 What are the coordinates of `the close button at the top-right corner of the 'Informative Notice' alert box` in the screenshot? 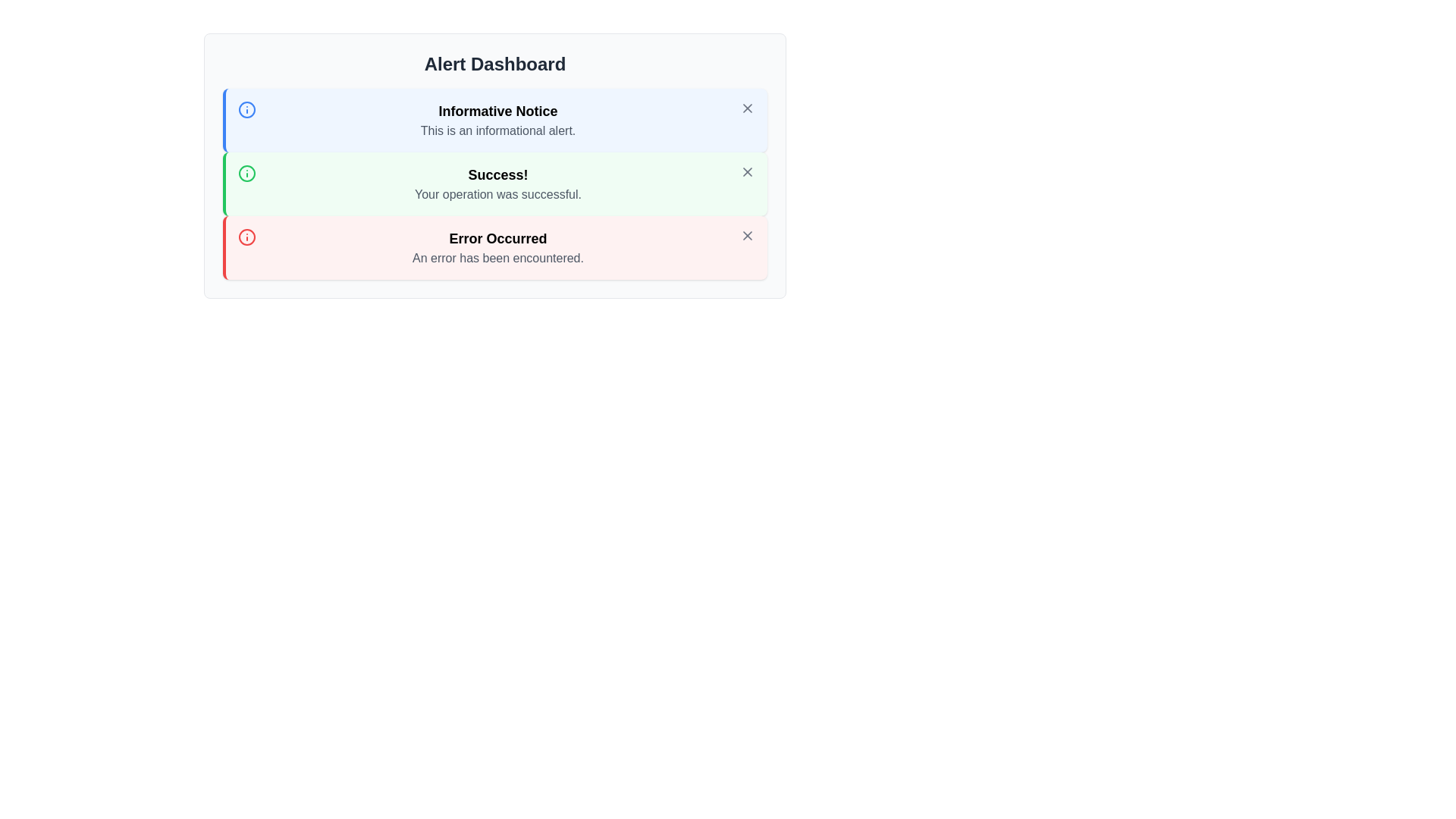 It's located at (747, 107).